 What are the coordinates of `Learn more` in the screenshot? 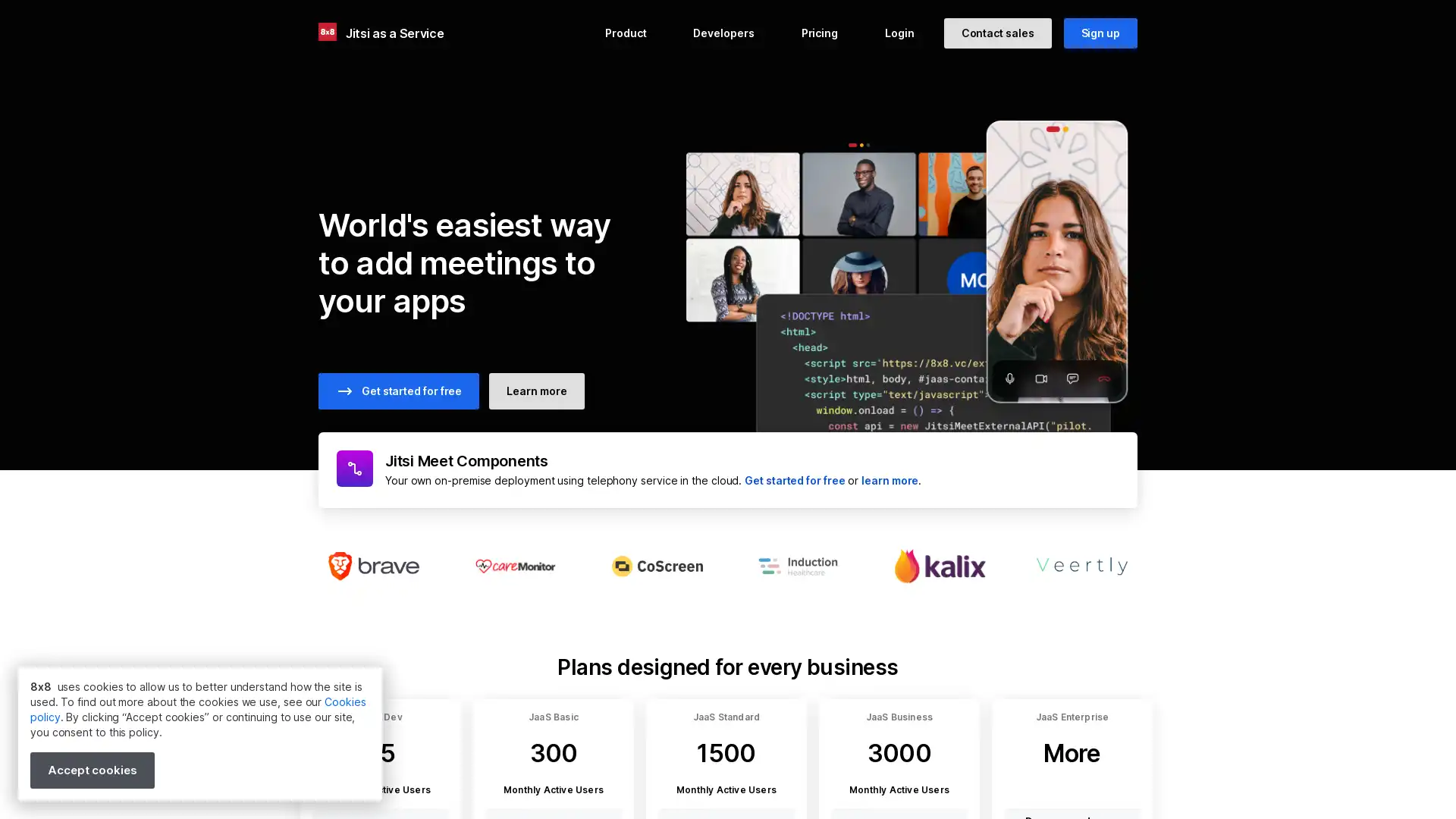 It's located at (536, 391).